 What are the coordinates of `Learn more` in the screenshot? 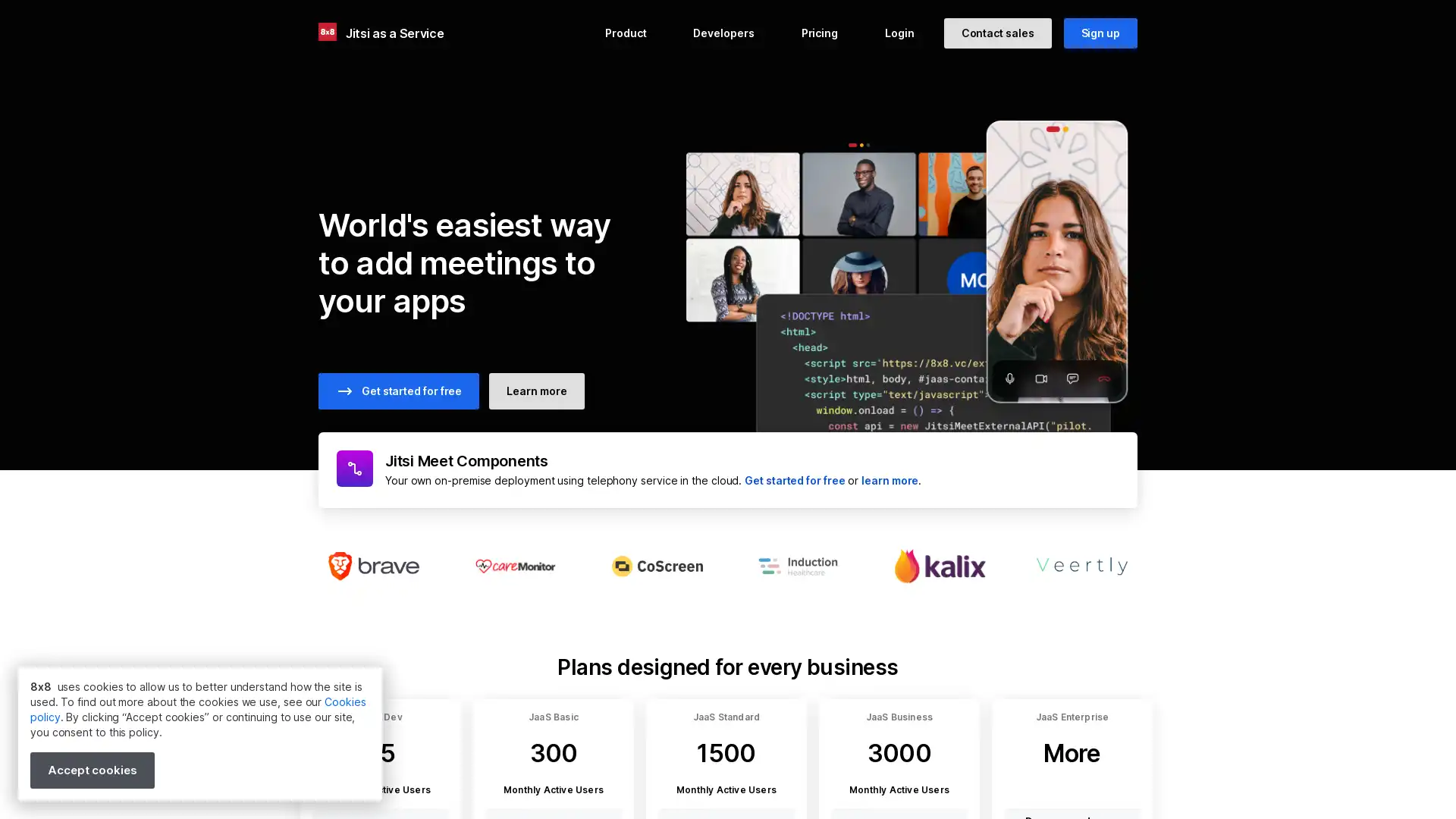 It's located at (536, 391).